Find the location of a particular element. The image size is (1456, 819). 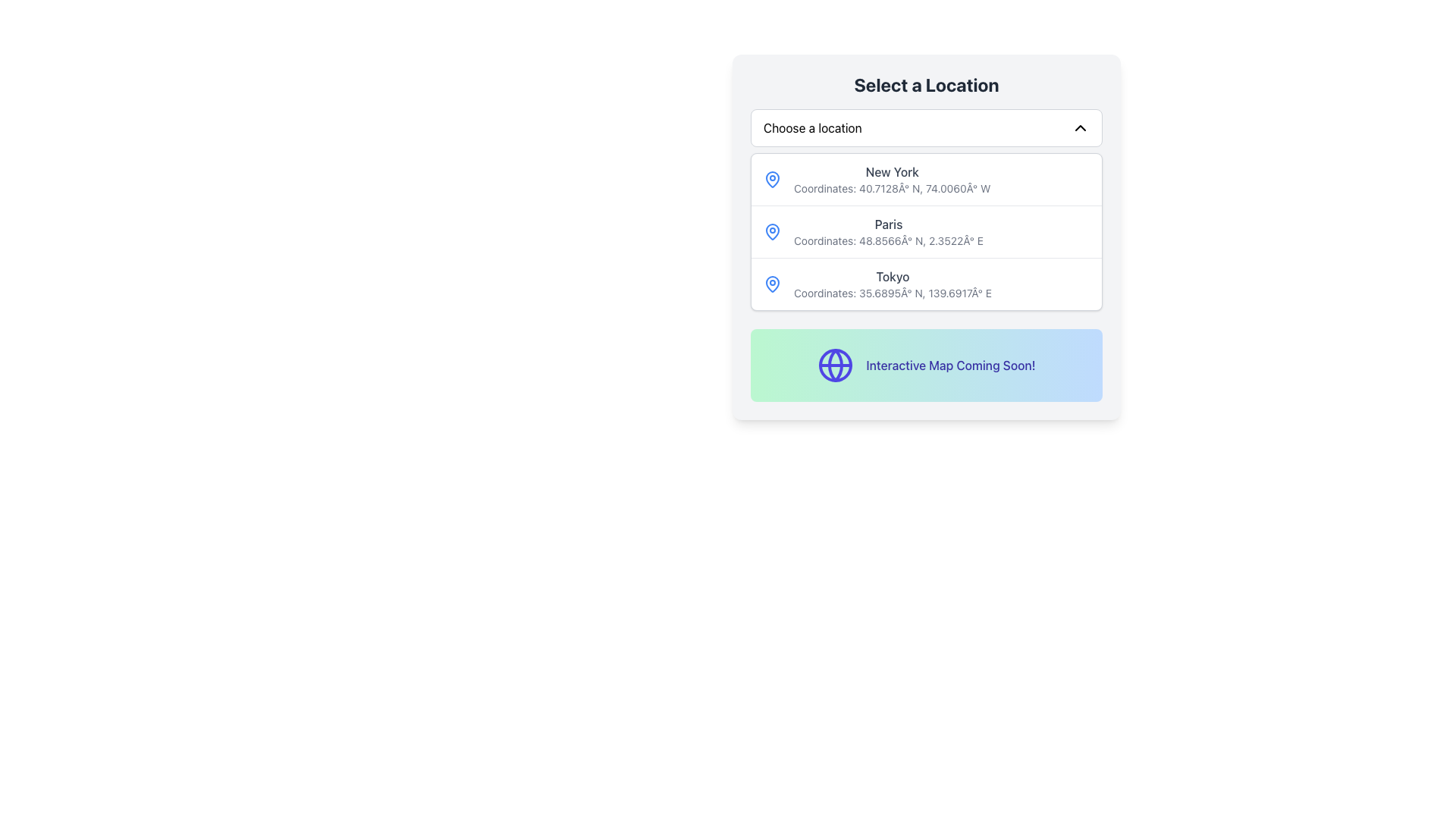

the map pin icon on the left side of the entry labeled 'Tokyo' in the location list is located at coordinates (772, 284).